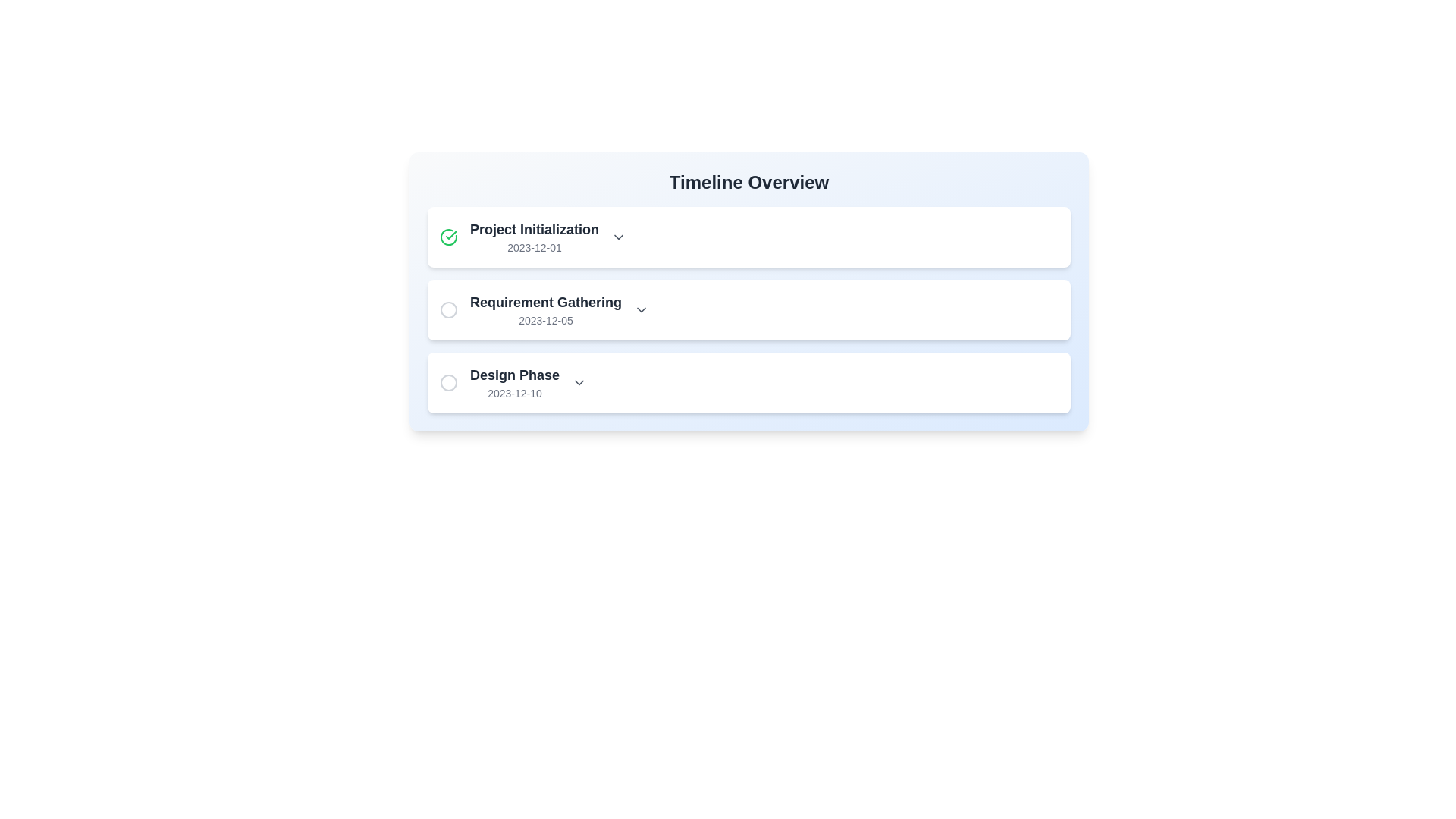 This screenshot has height=819, width=1456. What do you see at coordinates (619, 237) in the screenshot?
I see `the downward-pointing arrow icon next to 'Project Initialization' in the timeline overview` at bounding box center [619, 237].